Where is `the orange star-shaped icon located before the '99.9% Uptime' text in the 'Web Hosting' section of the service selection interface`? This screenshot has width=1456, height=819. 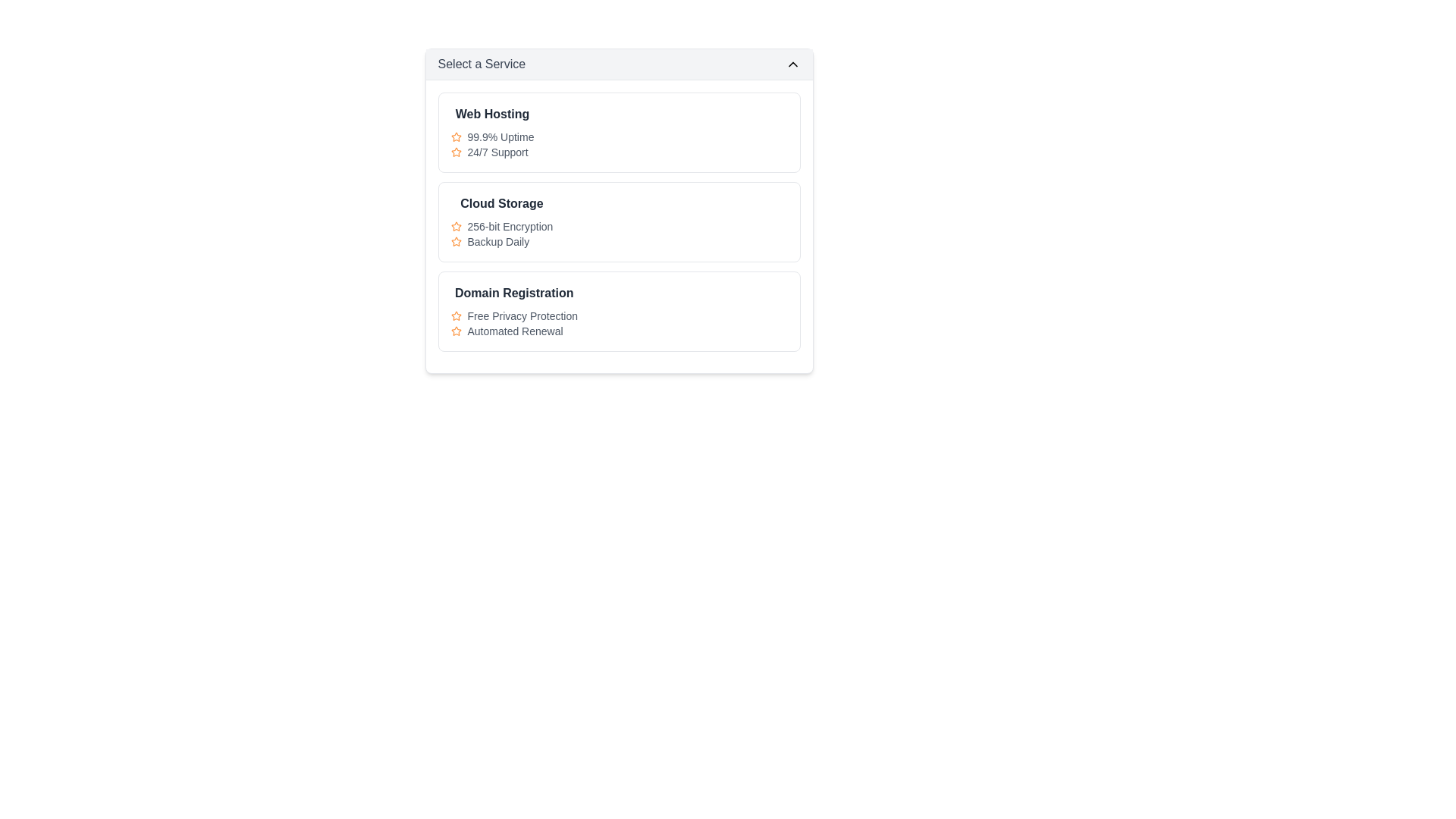
the orange star-shaped icon located before the '99.9% Uptime' text in the 'Web Hosting' section of the service selection interface is located at coordinates (455, 137).